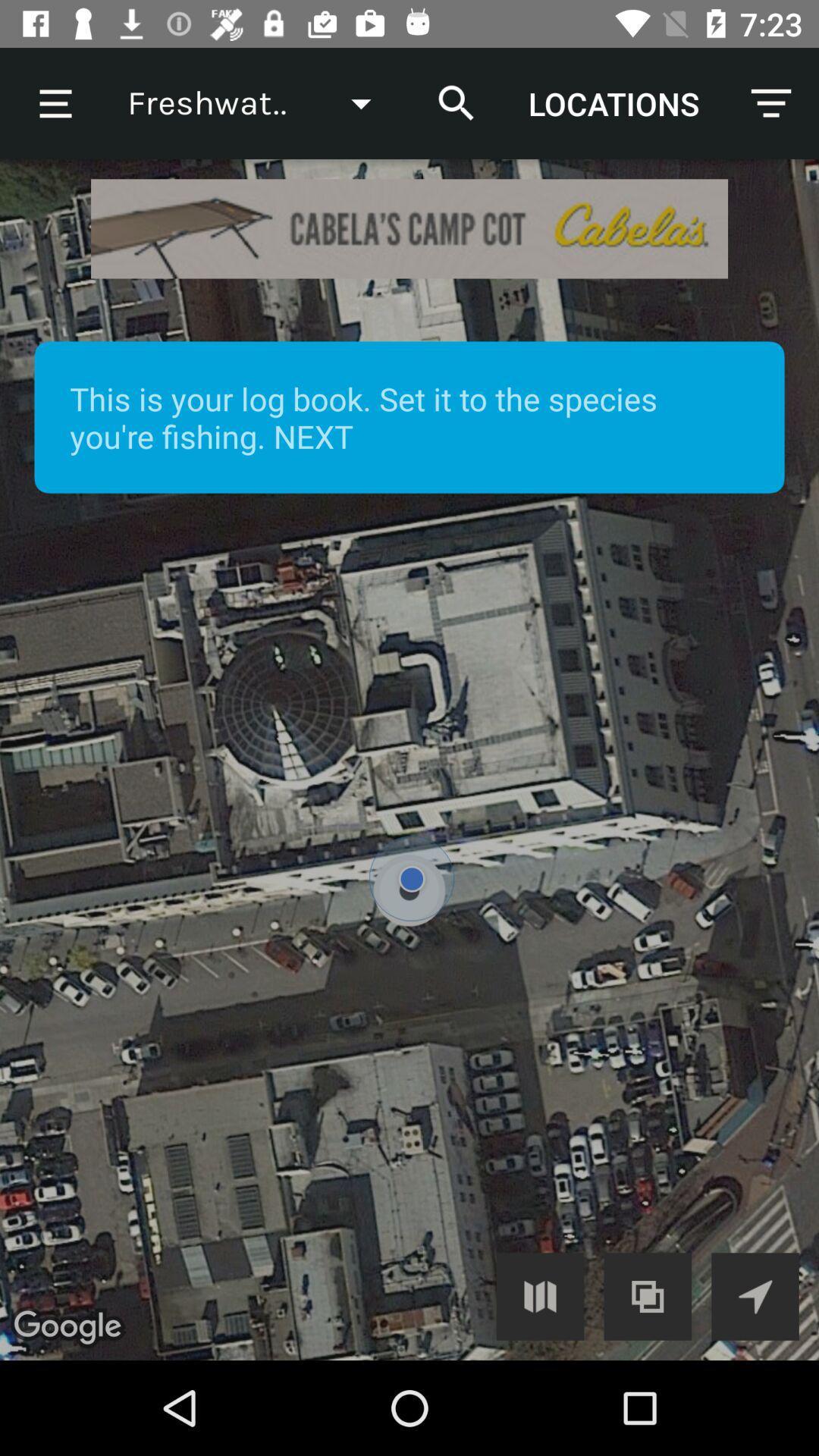  Describe the element at coordinates (648, 1295) in the screenshot. I see `topographic map` at that location.